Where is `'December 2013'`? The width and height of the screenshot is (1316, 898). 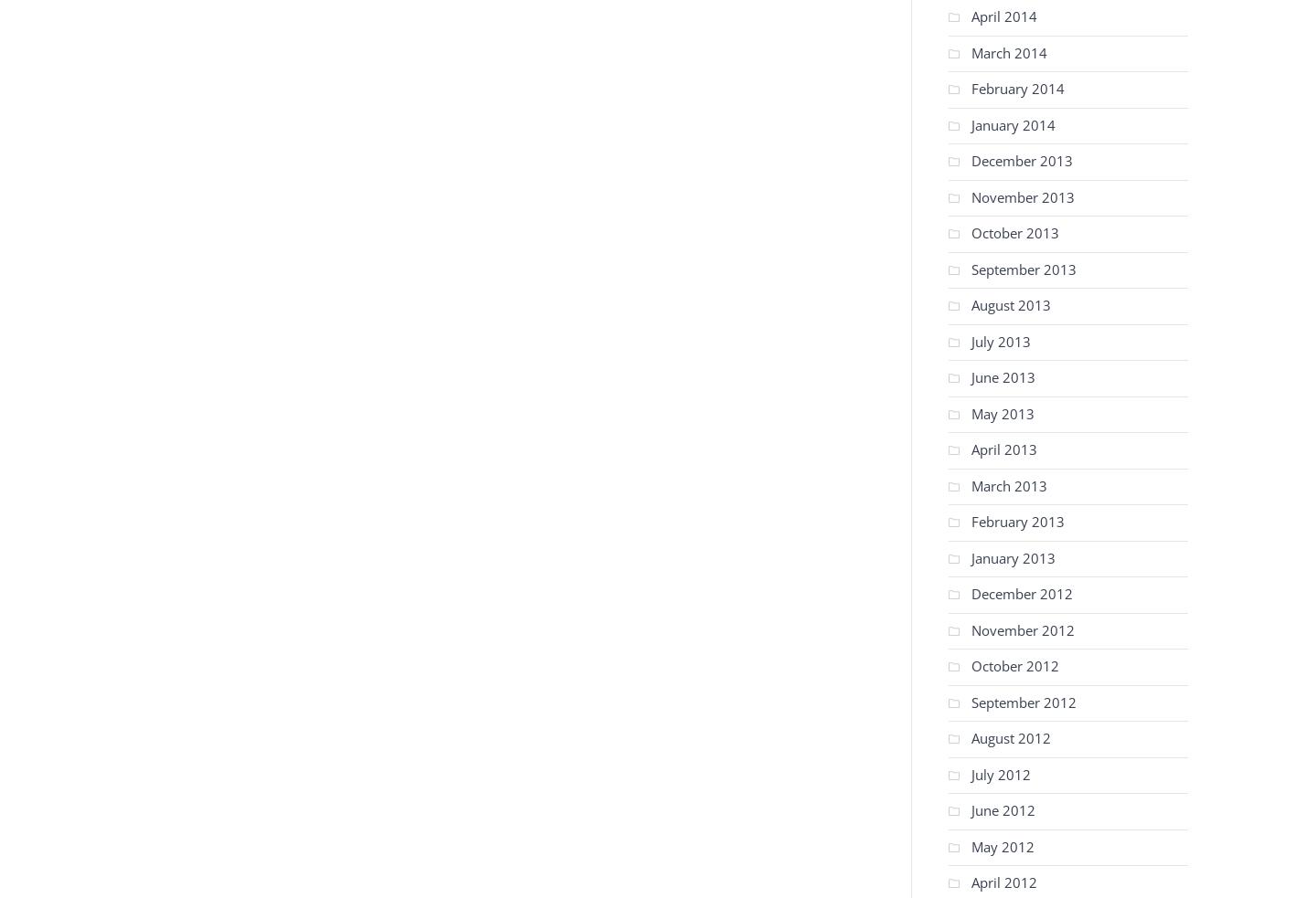
'December 2013' is located at coordinates (971, 160).